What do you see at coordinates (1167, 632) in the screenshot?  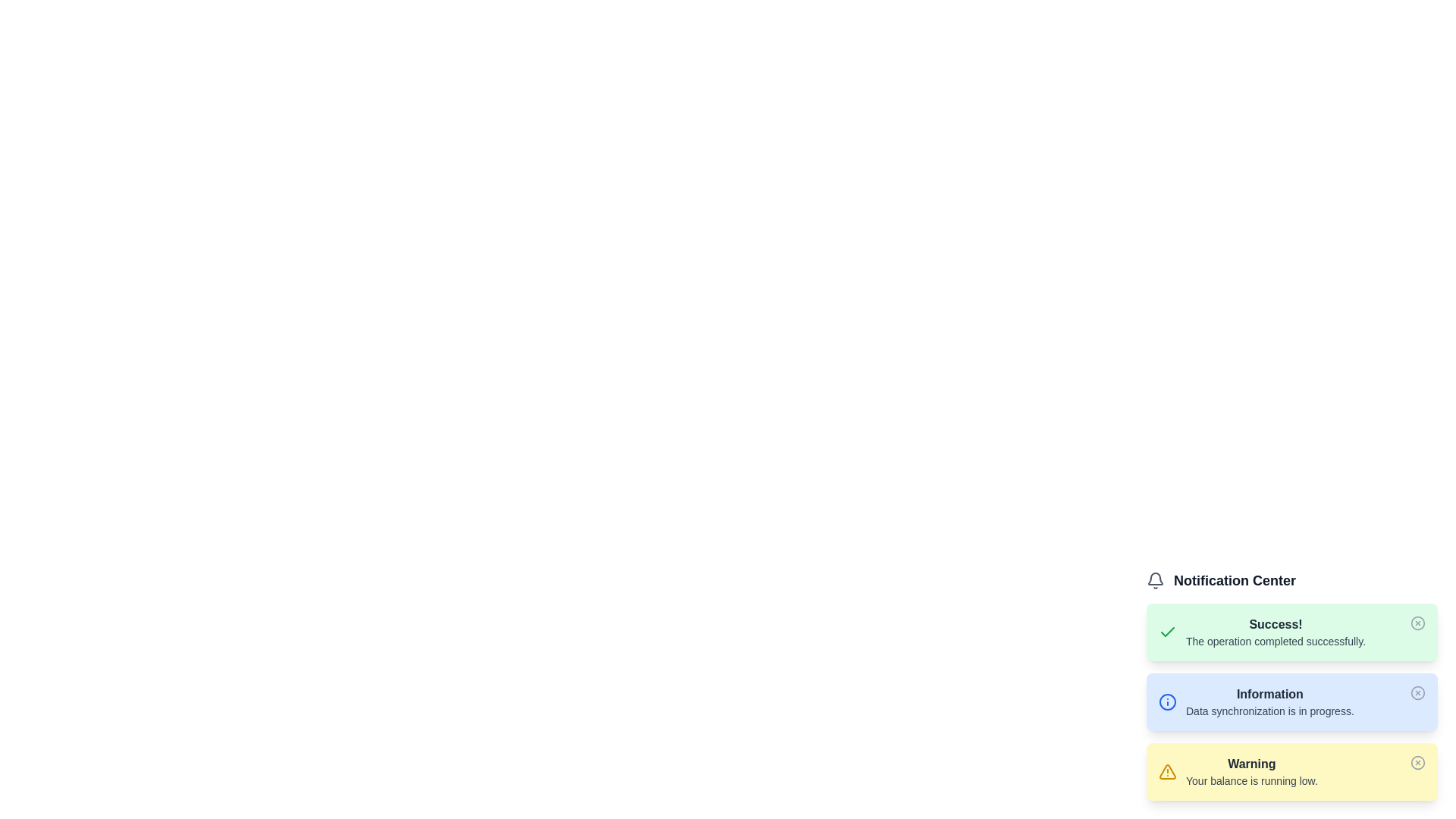 I see `the success icon located on the left side of the success message text in the Notification Center to indicate completion of an operation` at bounding box center [1167, 632].